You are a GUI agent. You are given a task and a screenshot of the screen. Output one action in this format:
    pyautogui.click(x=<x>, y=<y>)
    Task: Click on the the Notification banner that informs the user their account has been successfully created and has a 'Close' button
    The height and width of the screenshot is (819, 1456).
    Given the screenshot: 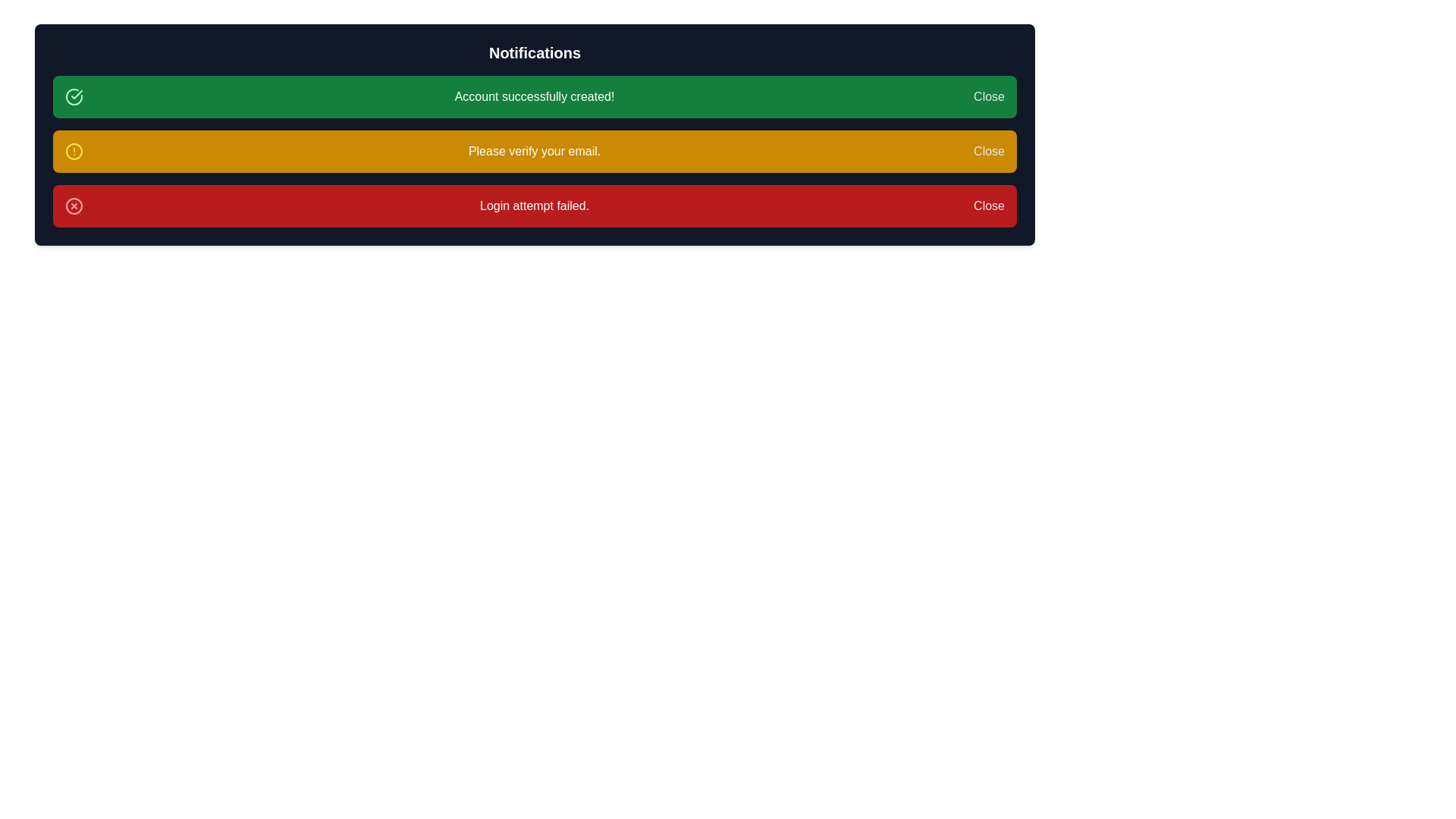 What is the action you would take?
    pyautogui.click(x=535, y=96)
    